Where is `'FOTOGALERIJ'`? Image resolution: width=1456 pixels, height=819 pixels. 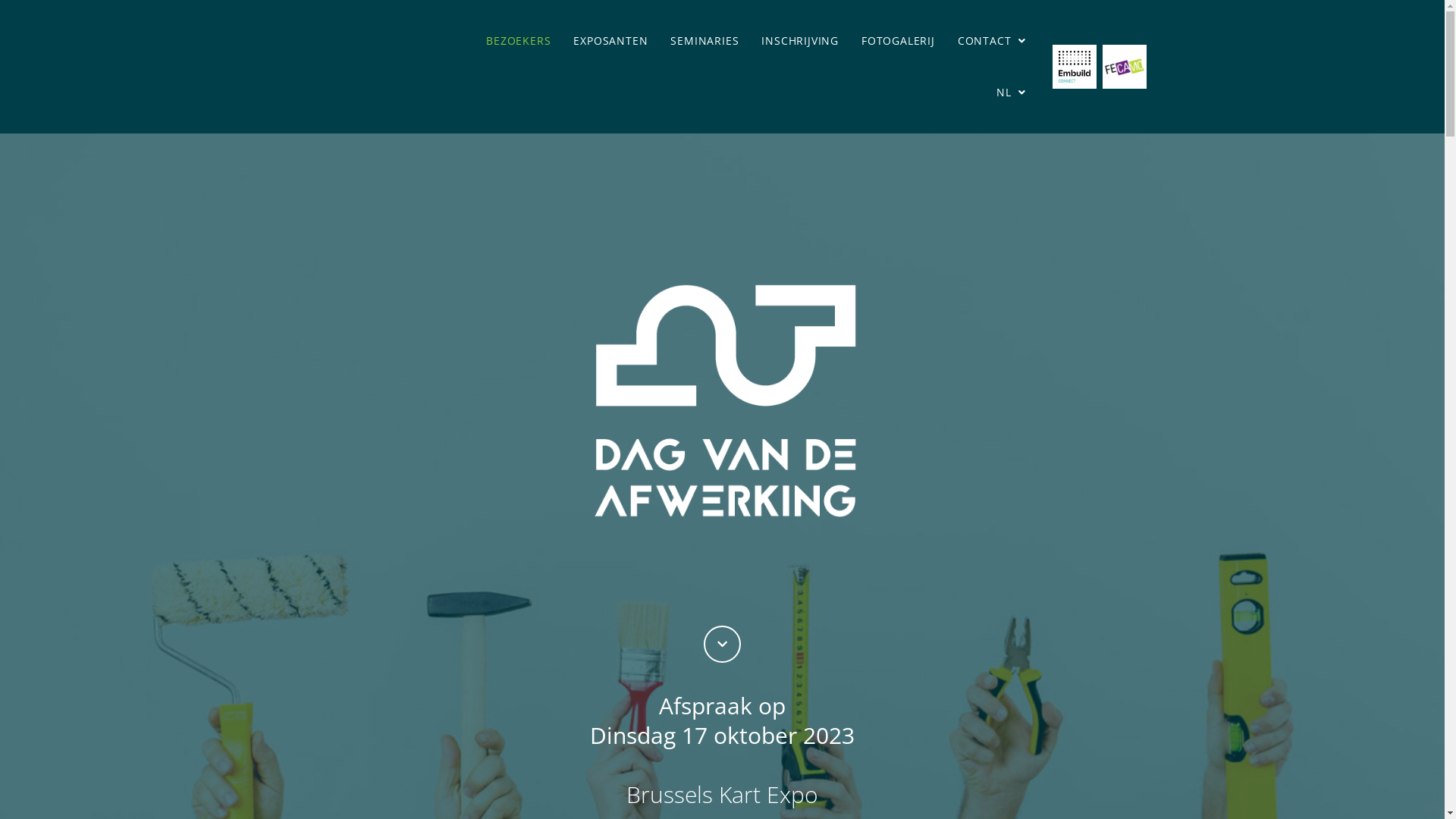
'FOTOGALERIJ' is located at coordinates (898, 40).